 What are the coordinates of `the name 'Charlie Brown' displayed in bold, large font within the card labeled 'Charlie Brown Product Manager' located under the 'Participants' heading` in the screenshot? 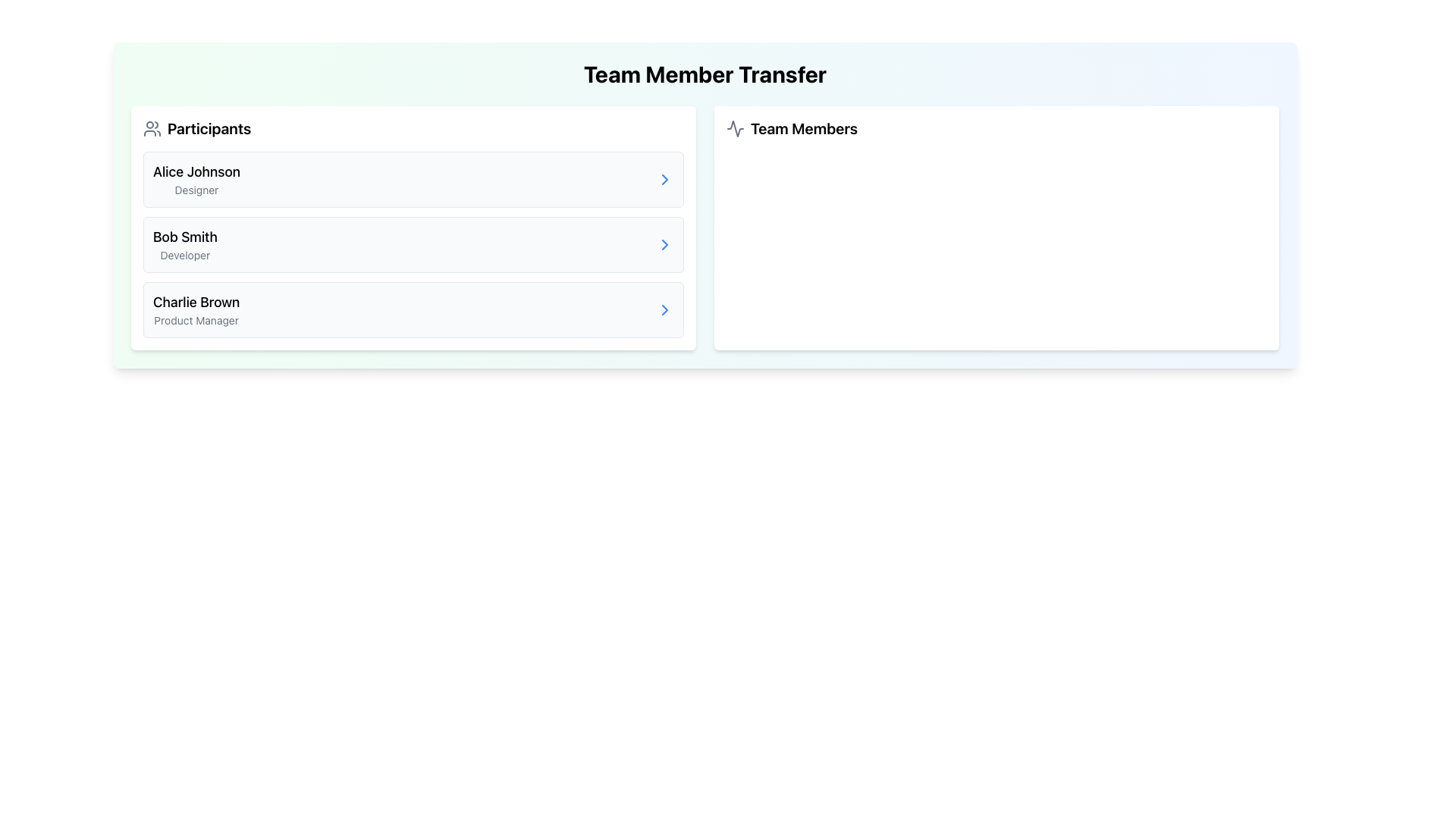 It's located at (196, 302).